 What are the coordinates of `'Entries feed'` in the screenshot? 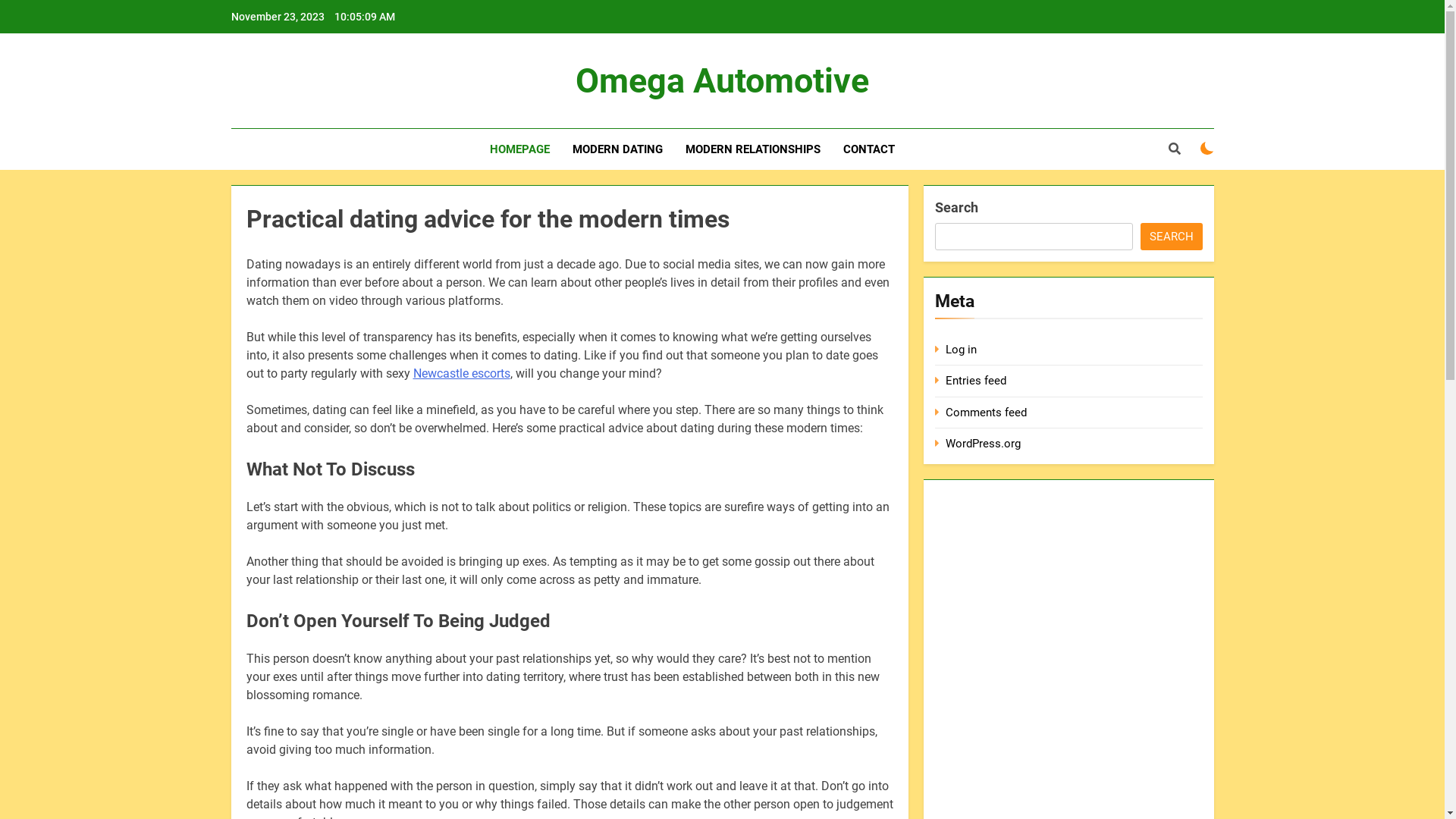 It's located at (945, 379).